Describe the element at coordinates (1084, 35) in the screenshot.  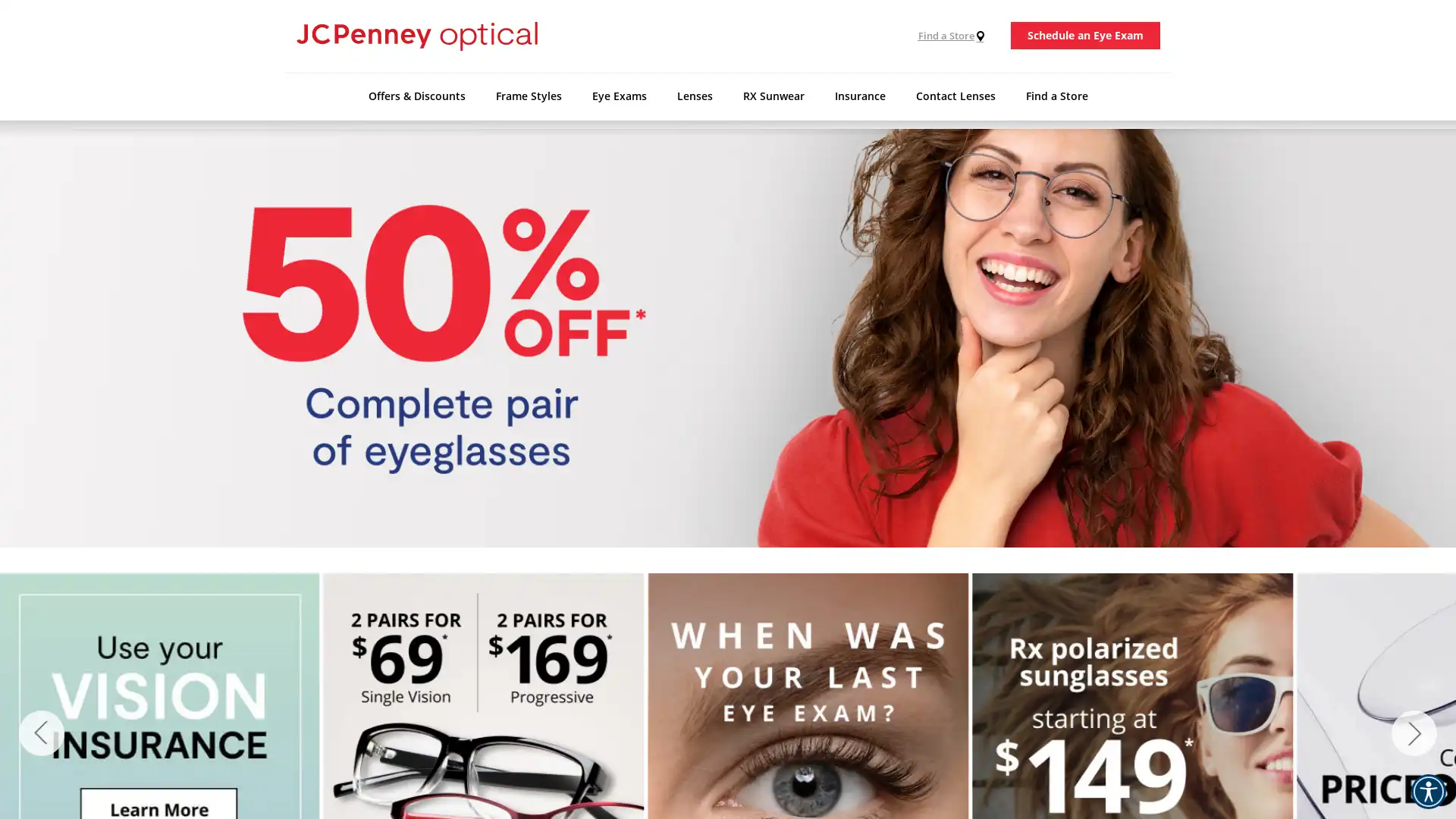
I see `Schedule an Eye Exam` at that location.